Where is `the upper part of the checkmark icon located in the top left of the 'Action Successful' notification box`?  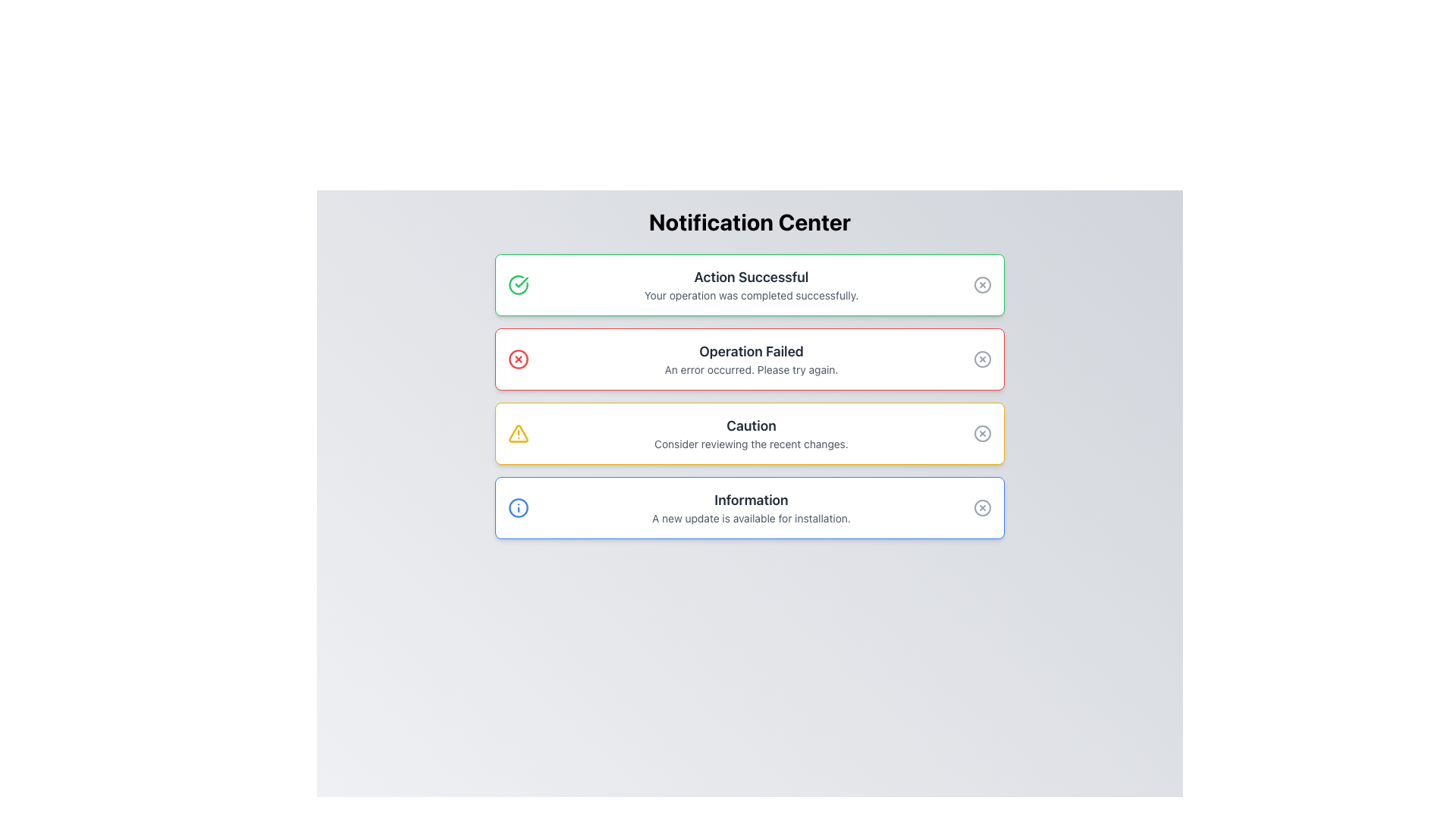 the upper part of the checkmark icon located in the top left of the 'Action Successful' notification box is located at coordinates (519, 284).